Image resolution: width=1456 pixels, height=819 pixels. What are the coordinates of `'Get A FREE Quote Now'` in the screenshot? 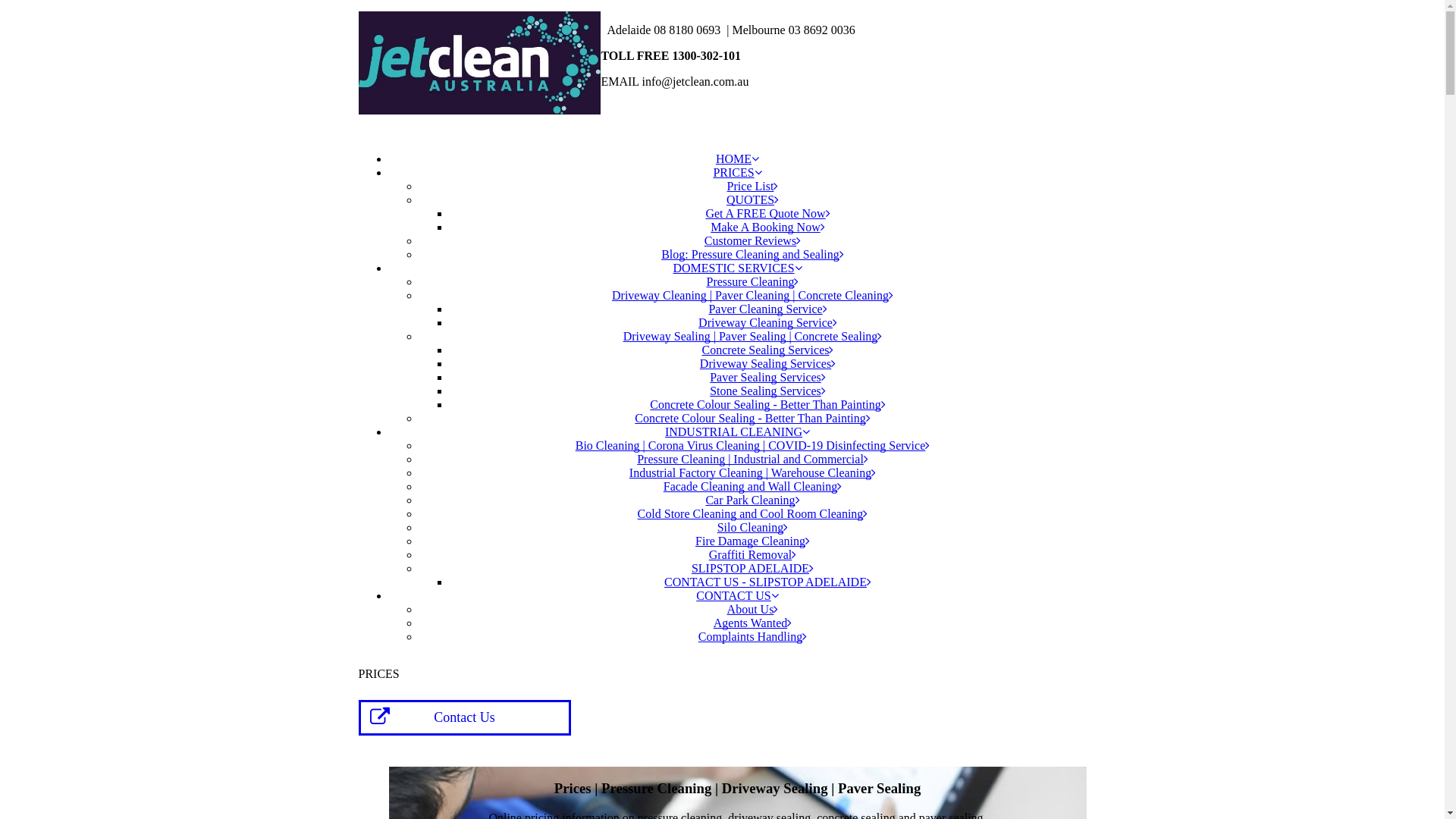 It's located at (767, 213).